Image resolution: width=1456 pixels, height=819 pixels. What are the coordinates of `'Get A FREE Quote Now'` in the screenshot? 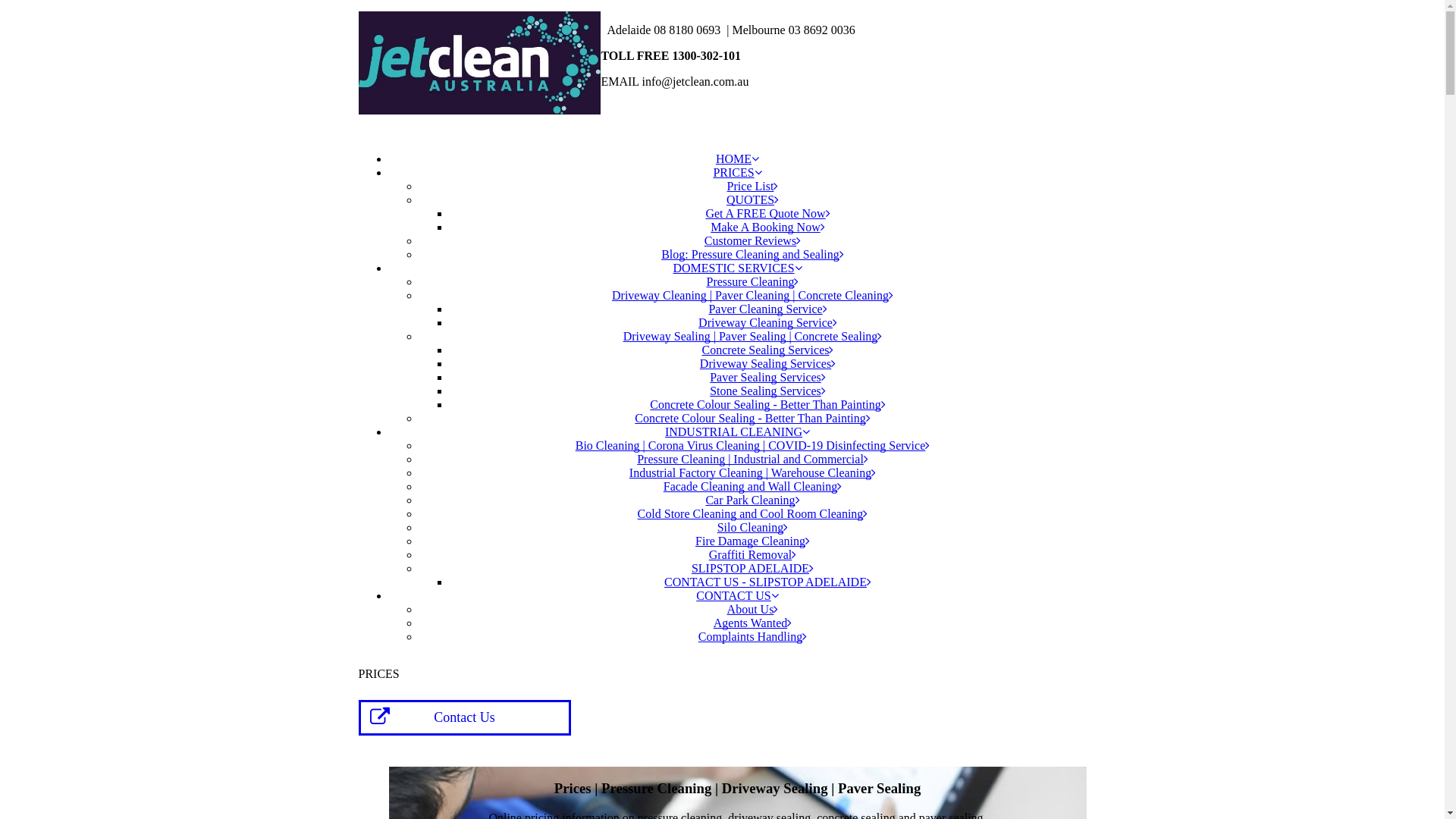 It's located at (767, 213).